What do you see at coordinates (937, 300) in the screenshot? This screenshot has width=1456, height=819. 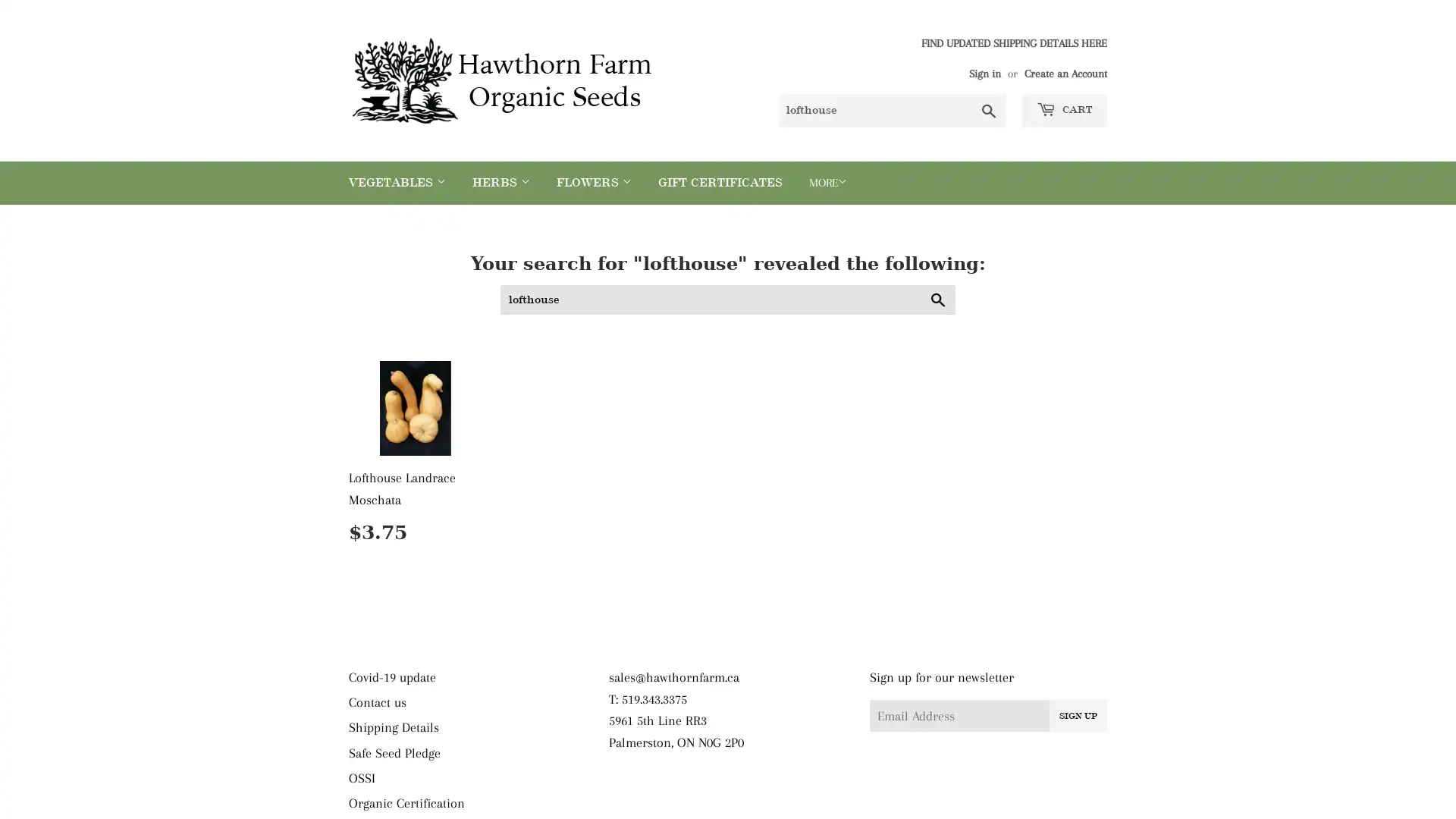 I see `Search` at bounding box center [937, 300].